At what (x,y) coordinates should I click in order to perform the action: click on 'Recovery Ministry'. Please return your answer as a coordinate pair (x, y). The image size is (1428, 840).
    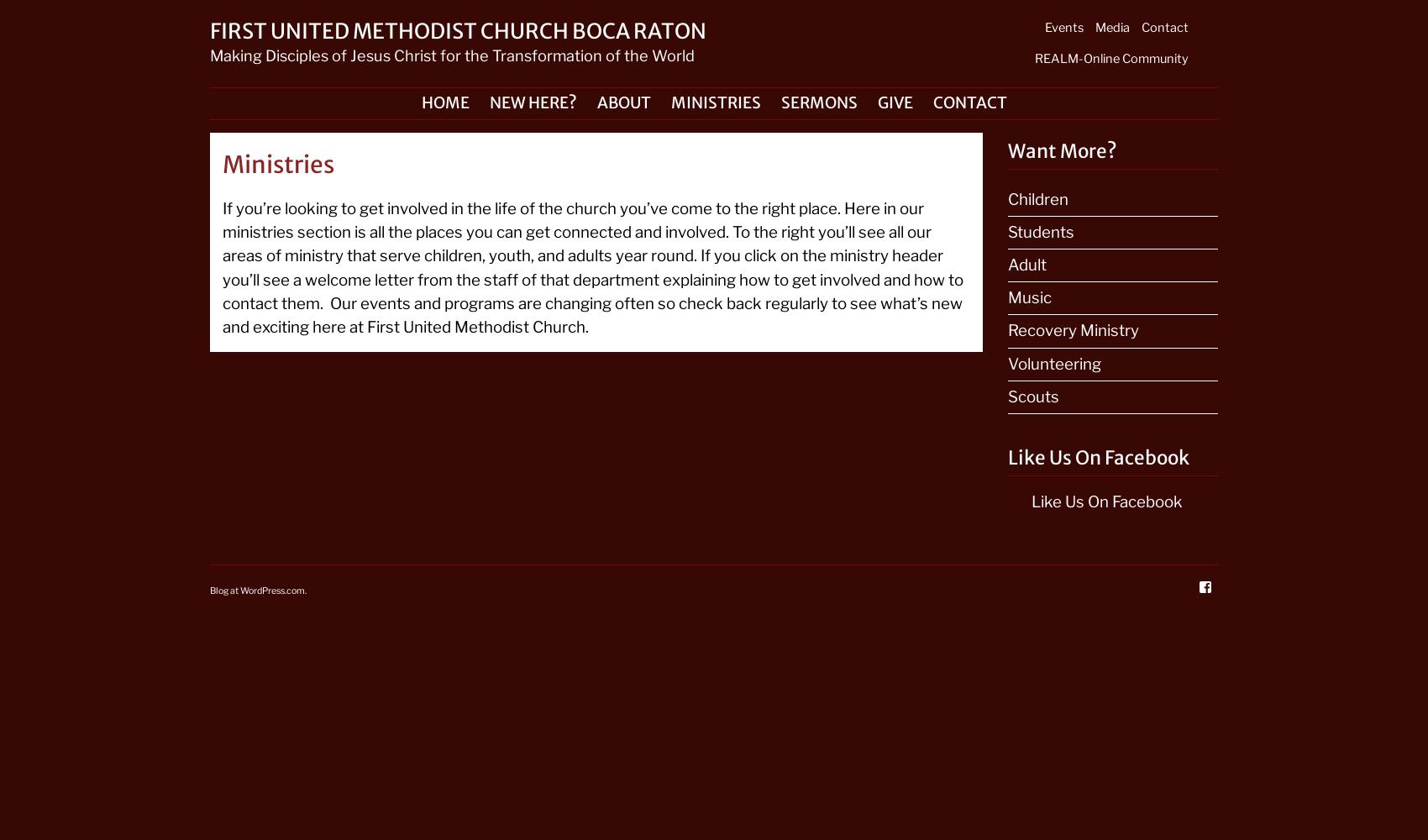
    Looking at the image, I should click on (1007, 330).